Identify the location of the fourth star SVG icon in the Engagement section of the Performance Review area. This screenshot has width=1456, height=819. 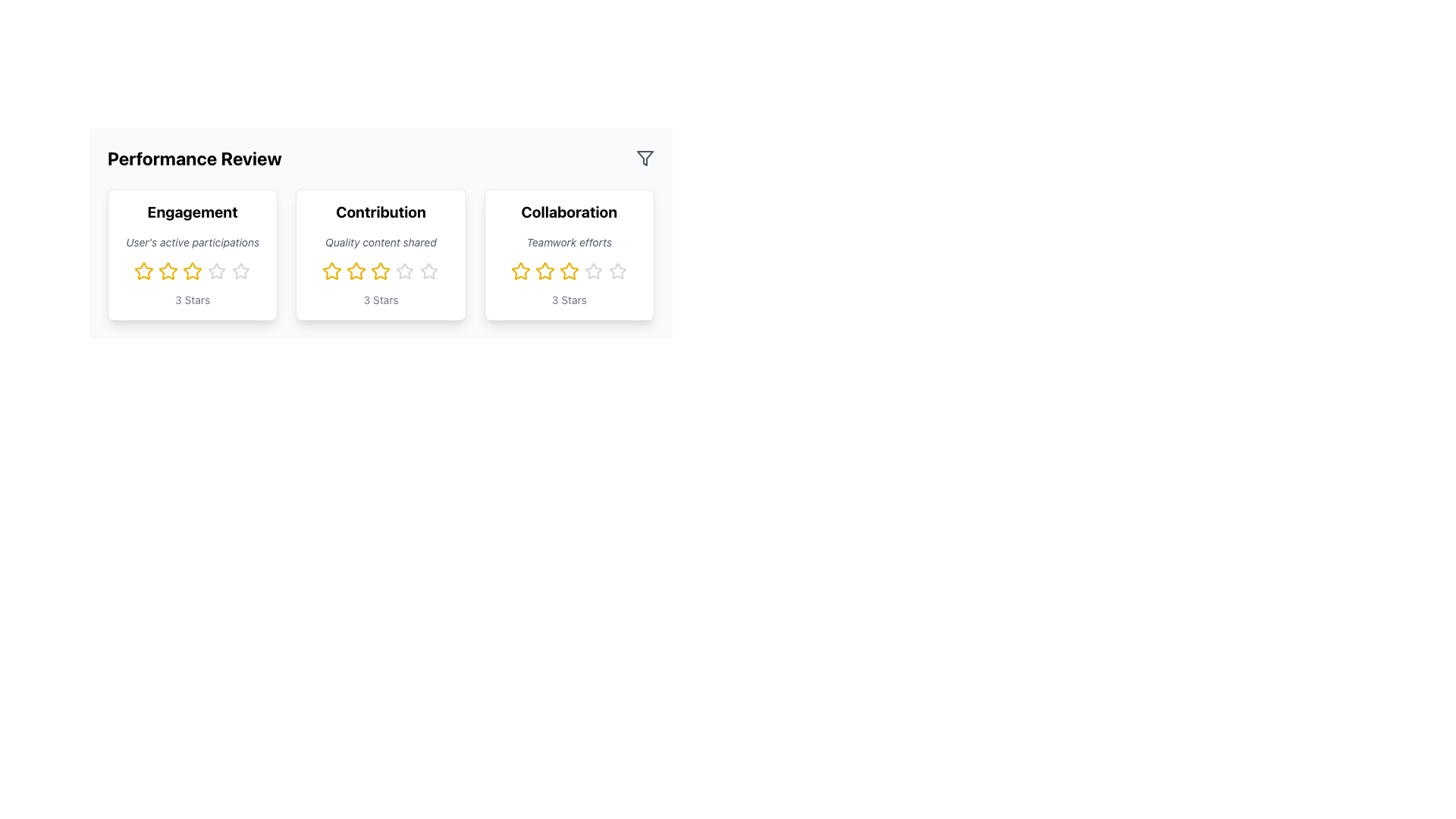
(240, 270).